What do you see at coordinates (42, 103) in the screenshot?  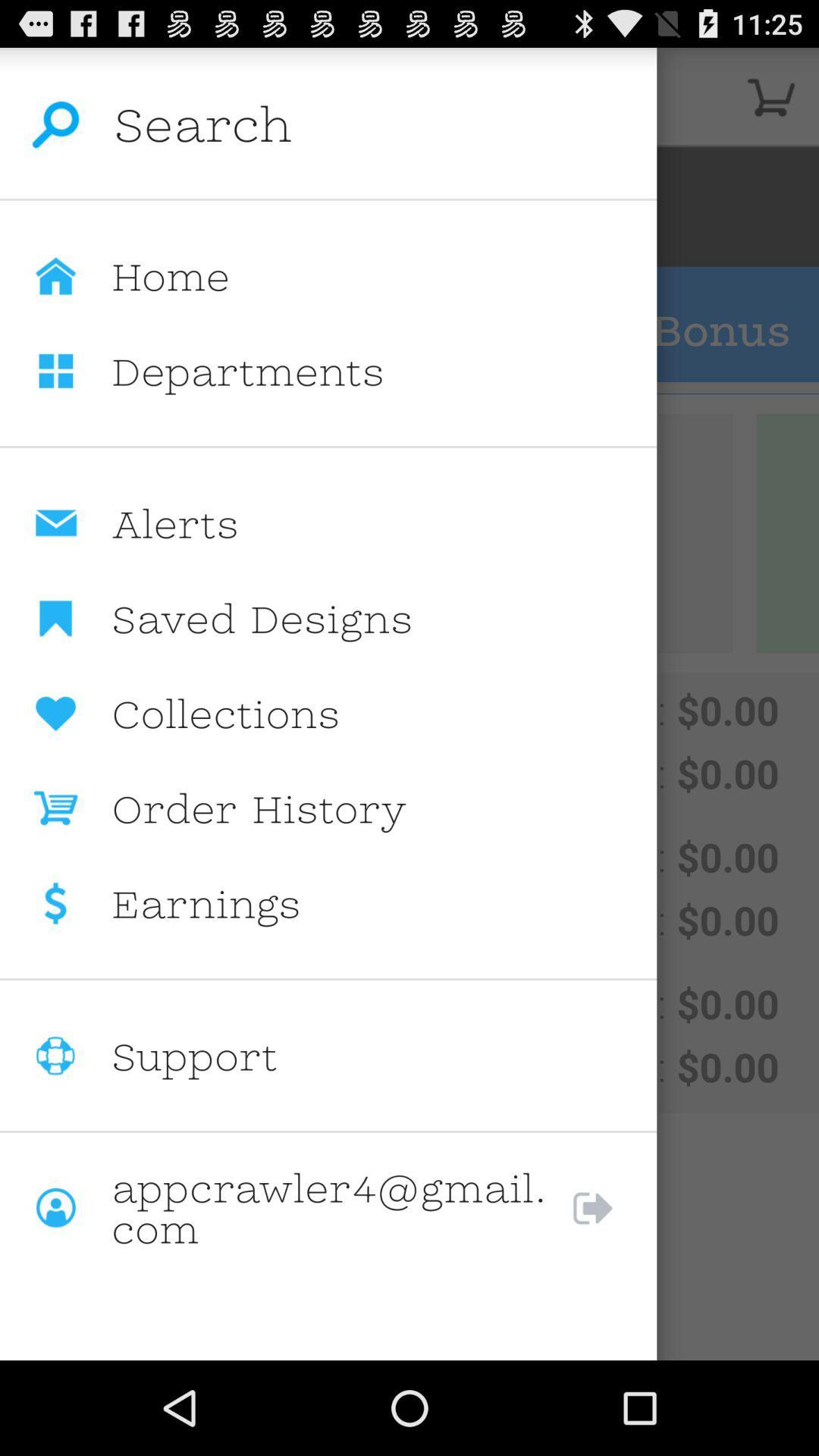 I see `the search icon` at bounding box center [42, 103].